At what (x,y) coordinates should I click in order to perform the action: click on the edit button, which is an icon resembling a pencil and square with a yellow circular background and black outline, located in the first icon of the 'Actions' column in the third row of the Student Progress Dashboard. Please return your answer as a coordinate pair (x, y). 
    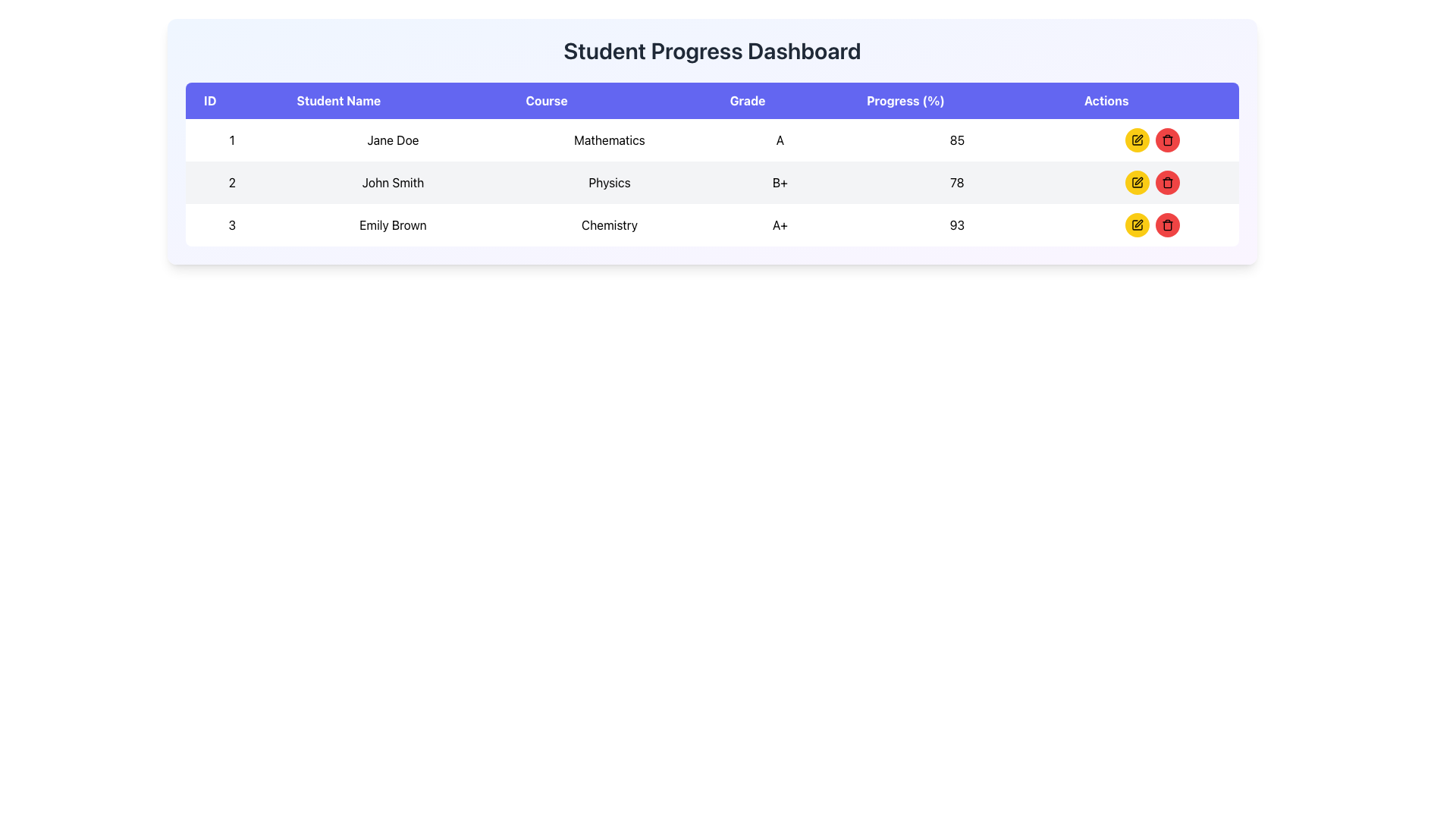
    Looking at the image, I should click on (1137, 225).